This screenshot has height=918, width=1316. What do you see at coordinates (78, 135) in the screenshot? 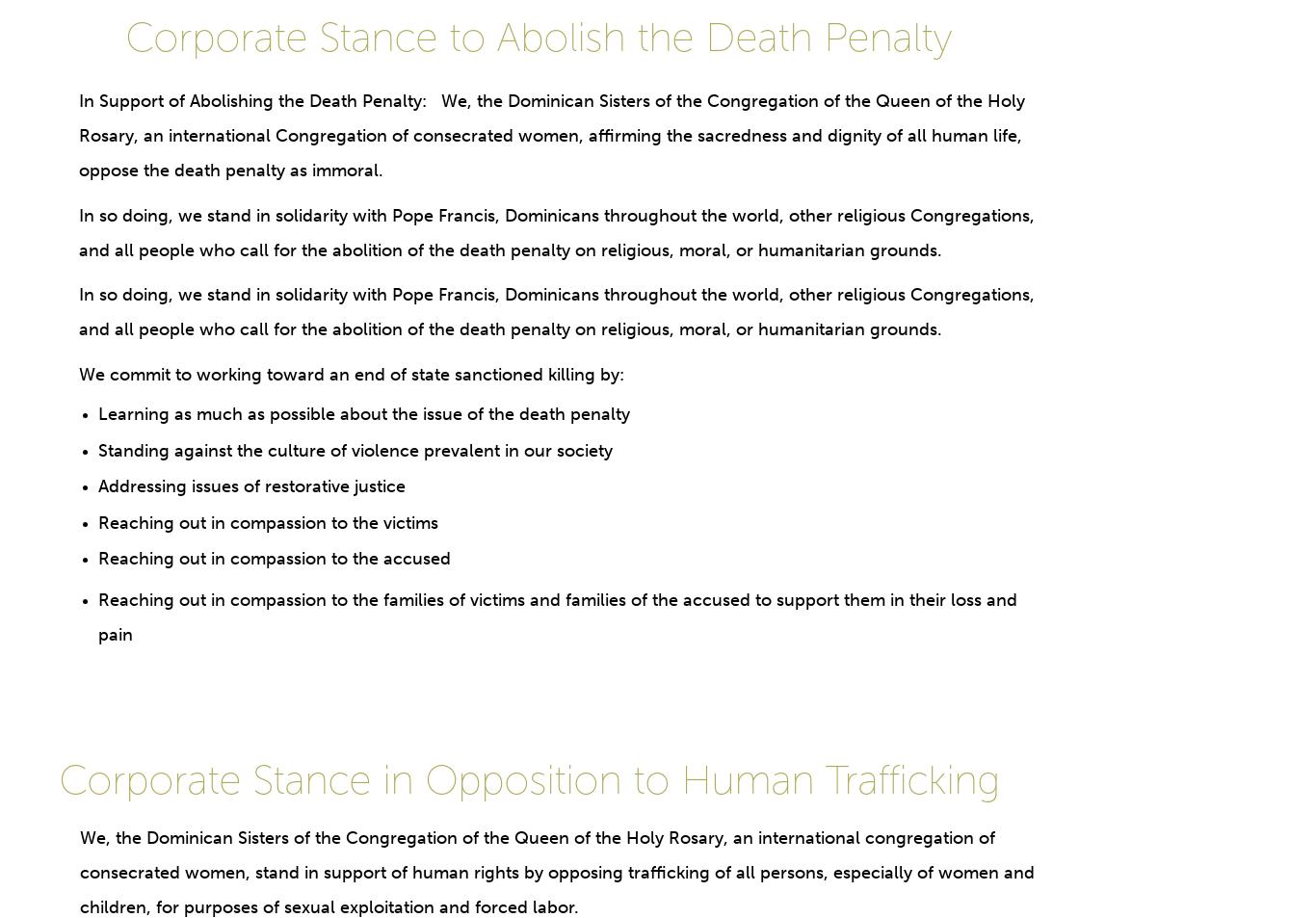
I see `'In Support of Abolishing the Death Penalty:   We, the Dominican Sisters of the Congregation of the Queen of the Holy Rosary, an international Congregation of consecrated women, affirming the sacredness and dignity of all human life, oppose the death penalty as immoral.'` at bounding box center [78, 135].